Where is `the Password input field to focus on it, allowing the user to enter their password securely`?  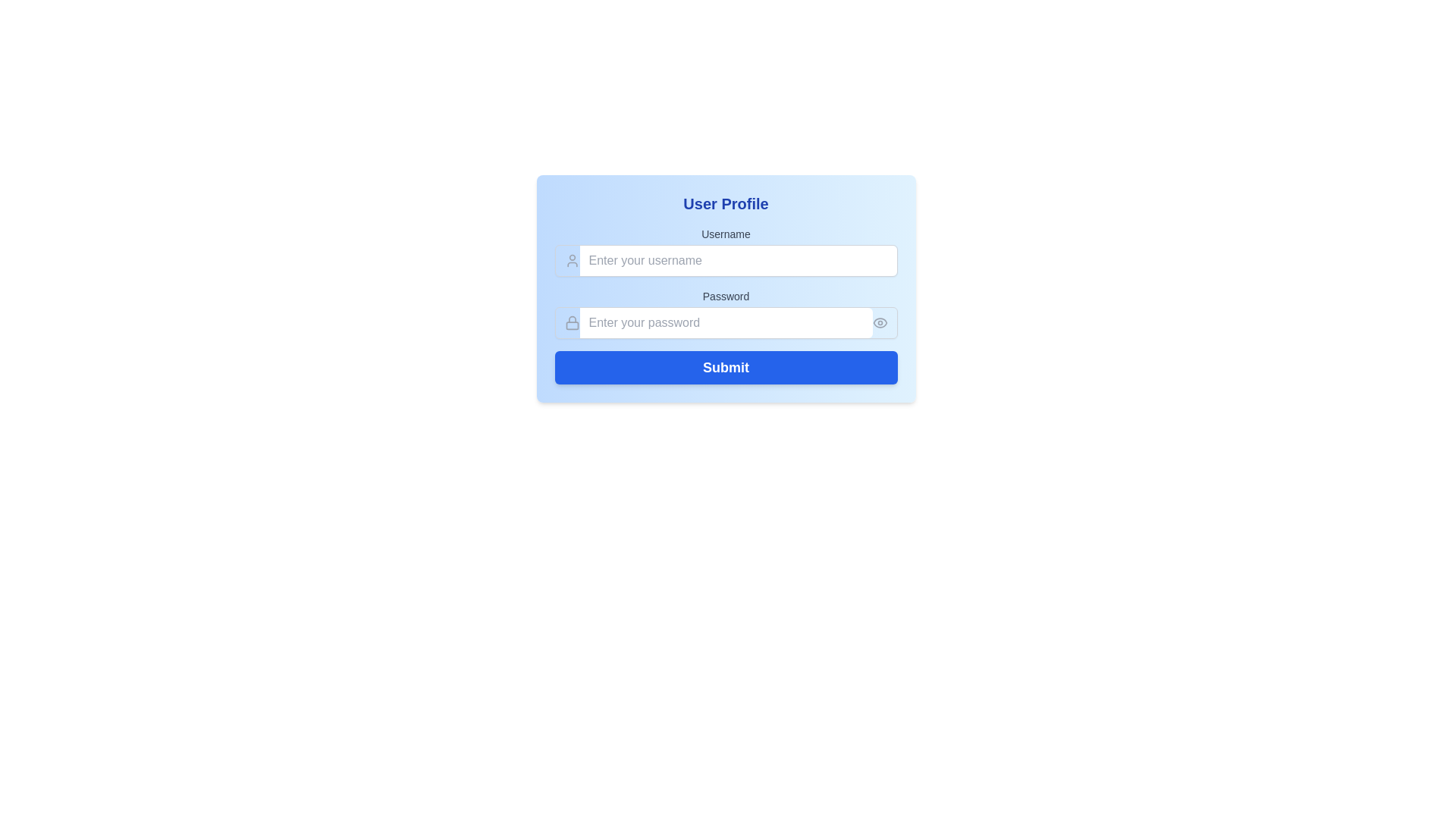 the Password input field to focus on it, allowing the user to enter their password securely is located at coordinates (725, 312).